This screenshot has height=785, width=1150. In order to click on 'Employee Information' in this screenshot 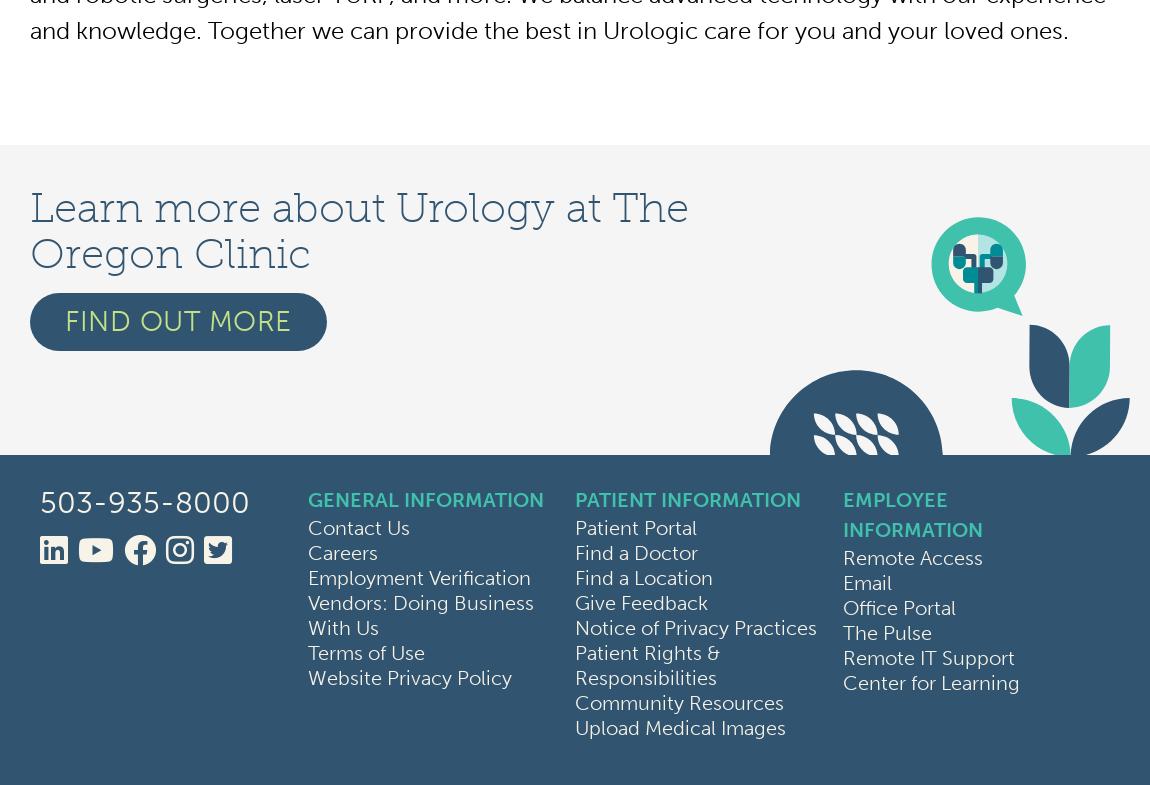, I will do `click(841, 515)`.